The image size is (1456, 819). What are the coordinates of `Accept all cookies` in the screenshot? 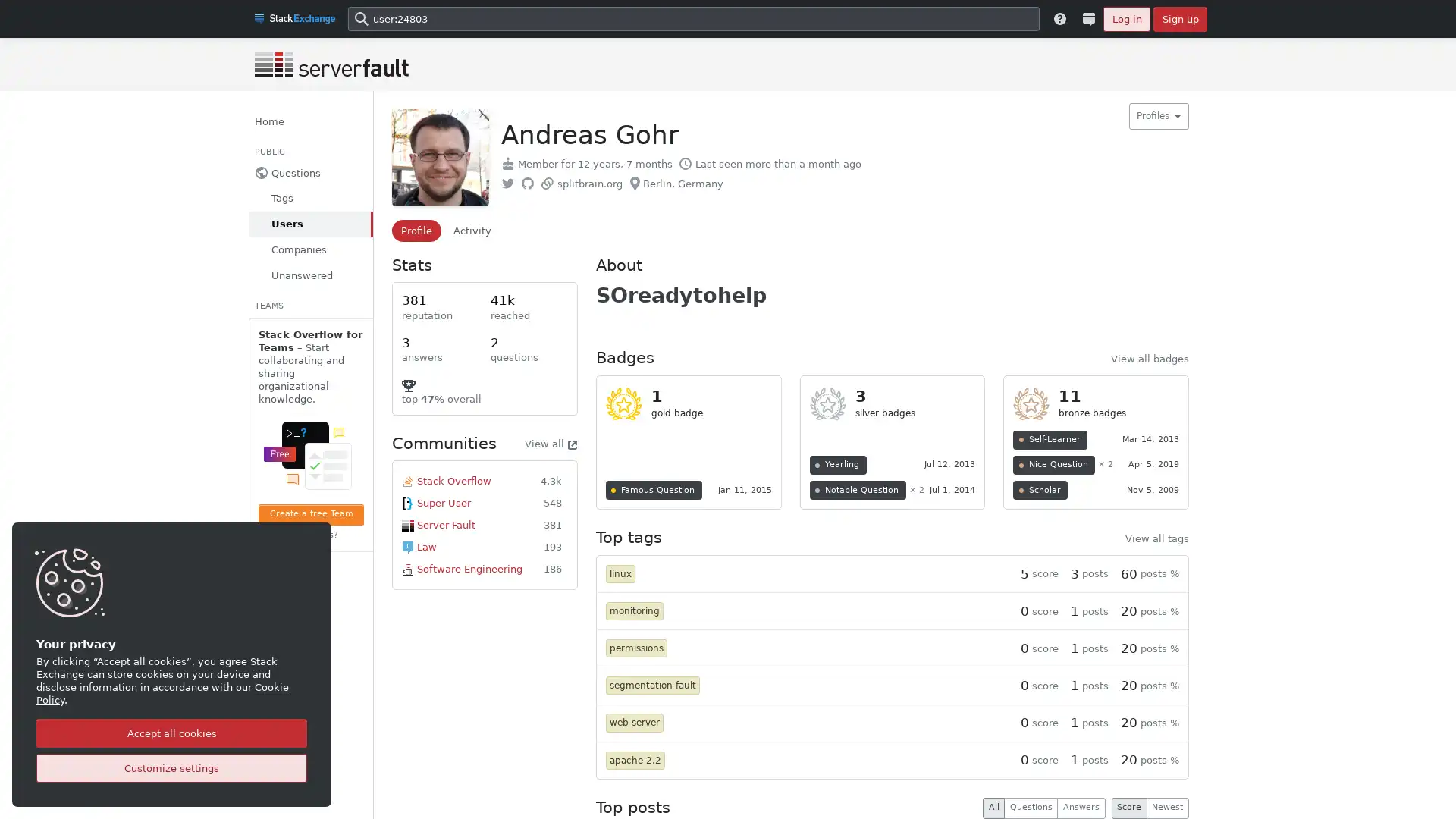 It's located at (171, 733).